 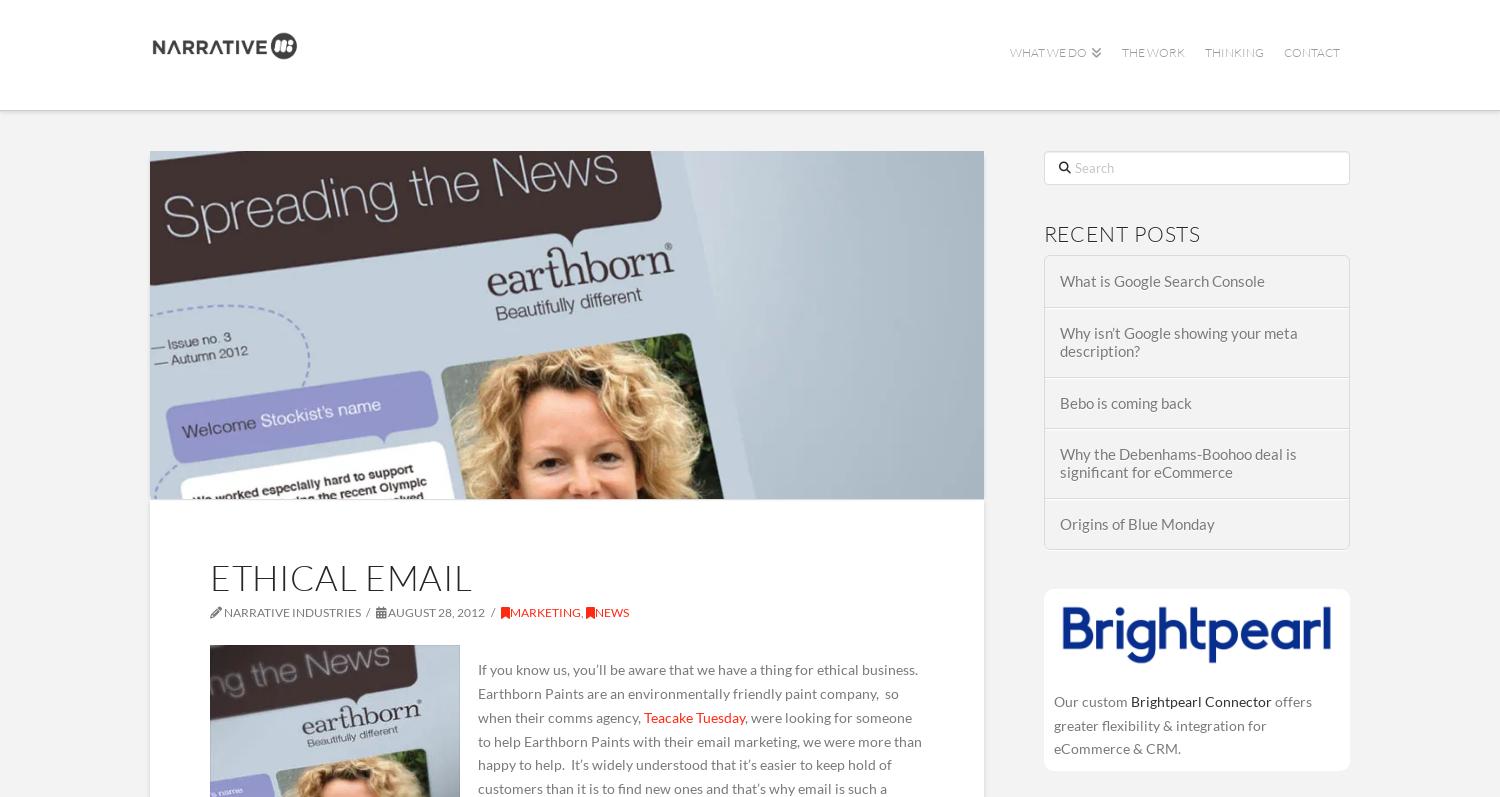 I want to click on 'Recent Posts', so click(x=1121, y=232).